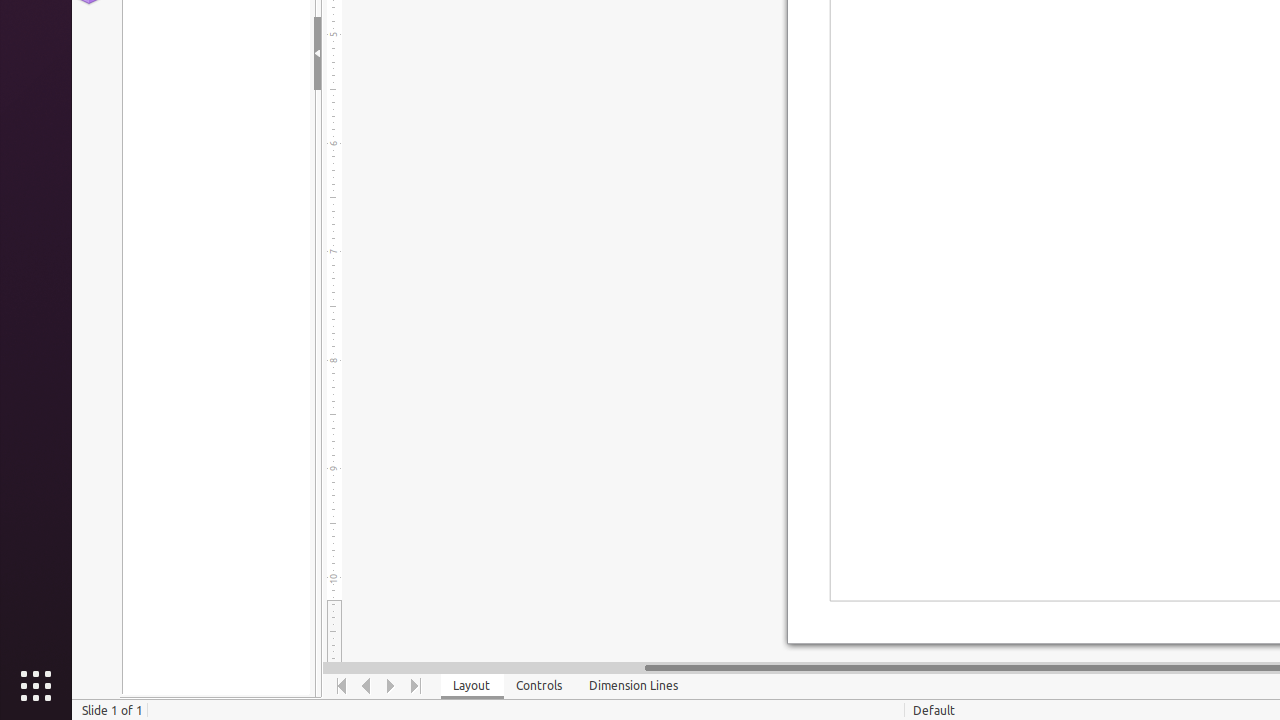  Describe the element at coordinates (415, 685) in the screenshot. I see `'Move To End'` at that location.